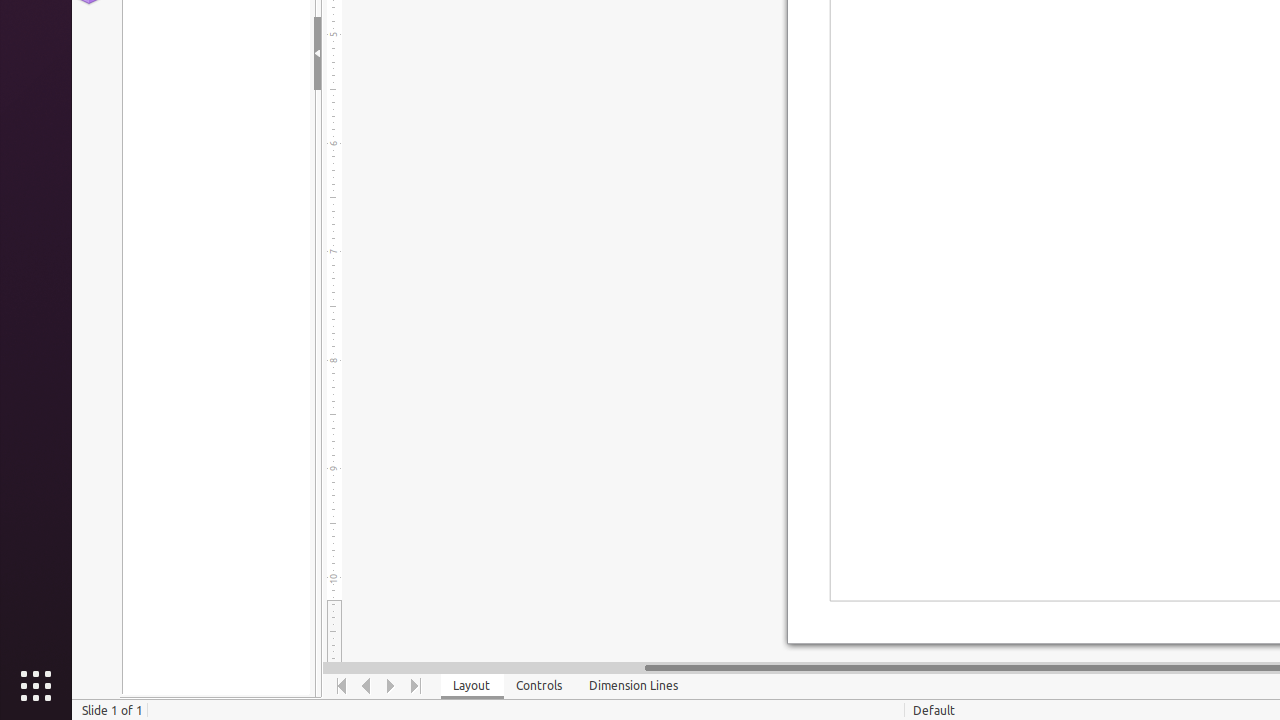  Describe the element at coordinates (415, 685) in the screenshot. I see `'Move To End'` at that location.